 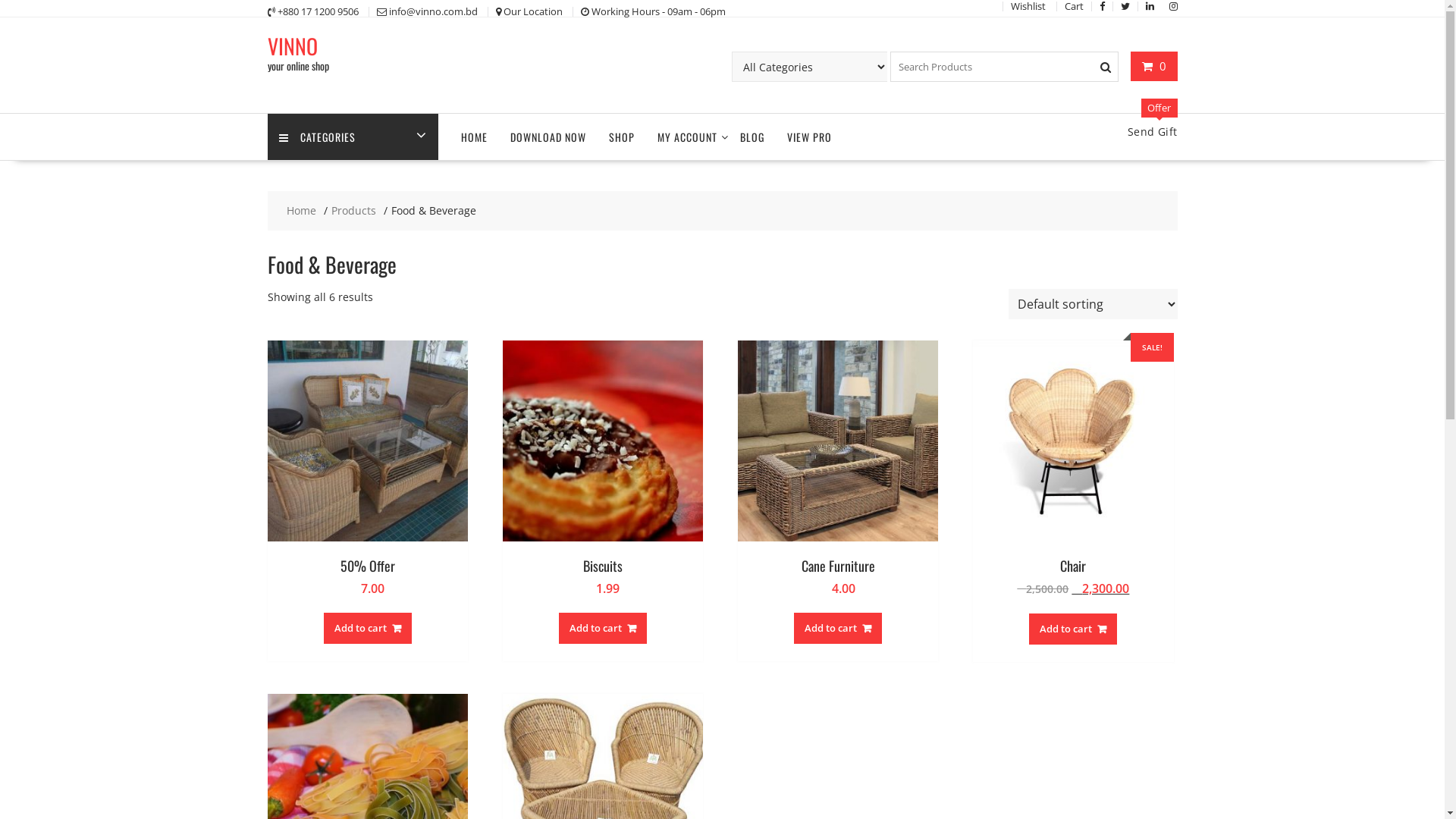 What do you see at coordinates (431, 11) in the screenshot?
I see `'info@vinno.com.bd'` at bounding box center [431, 11].